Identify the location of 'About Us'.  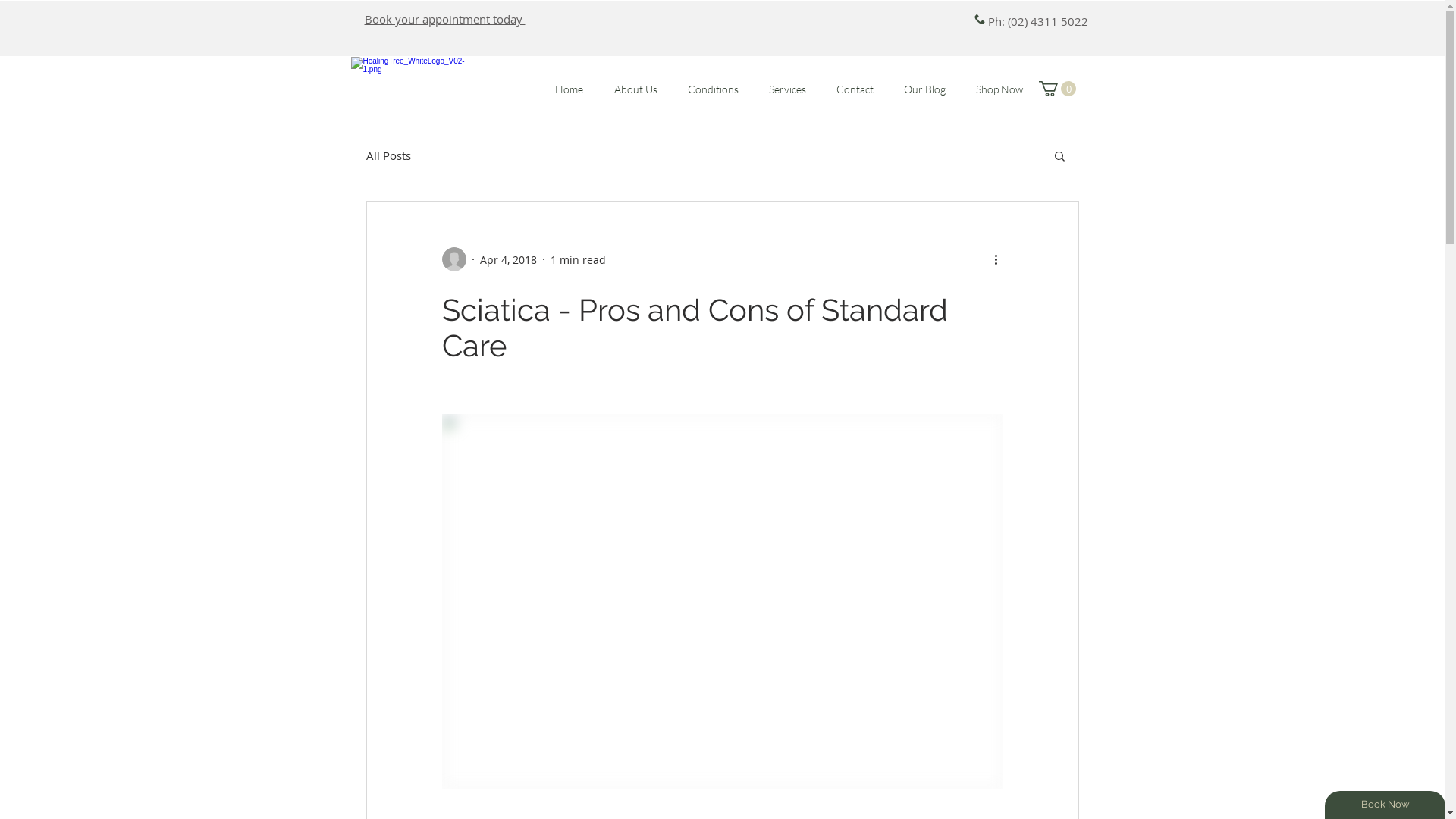
(635, 89).